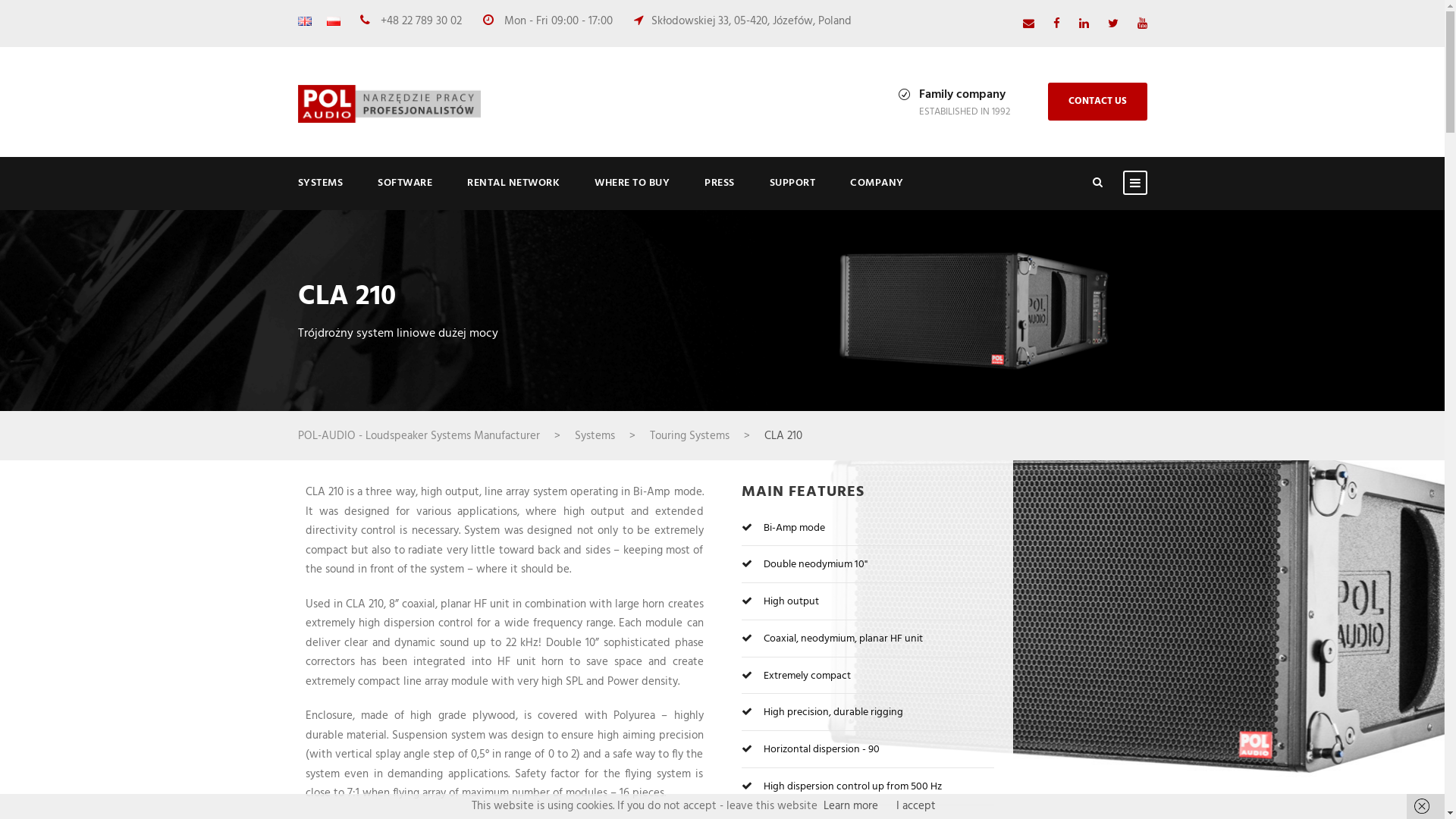 The image size is (1456, 819). I want to click on 'SYSTEMS', so click(319, 191).